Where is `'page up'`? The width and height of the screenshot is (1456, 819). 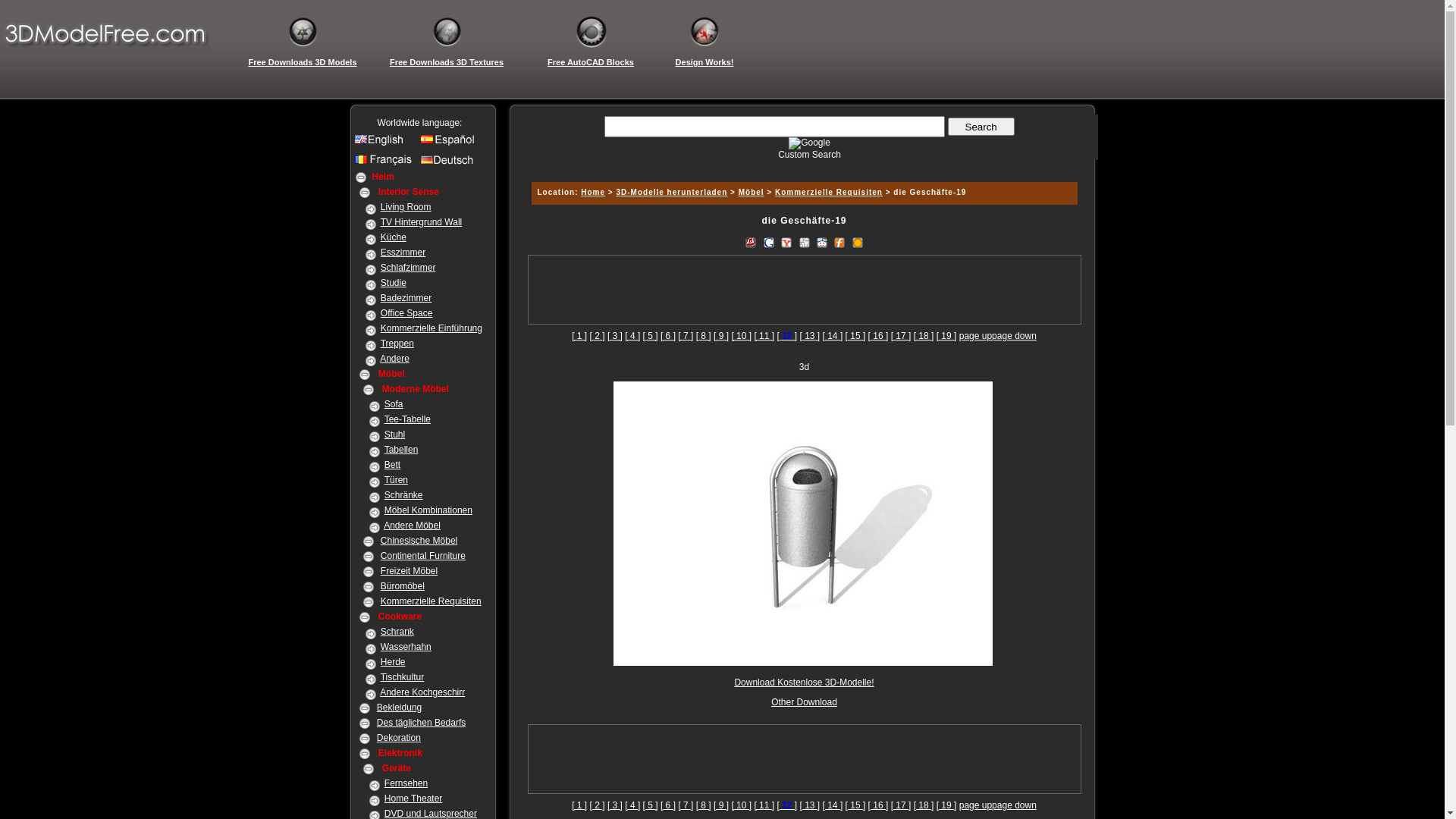 'page up' is located at coordinates (975, 804).